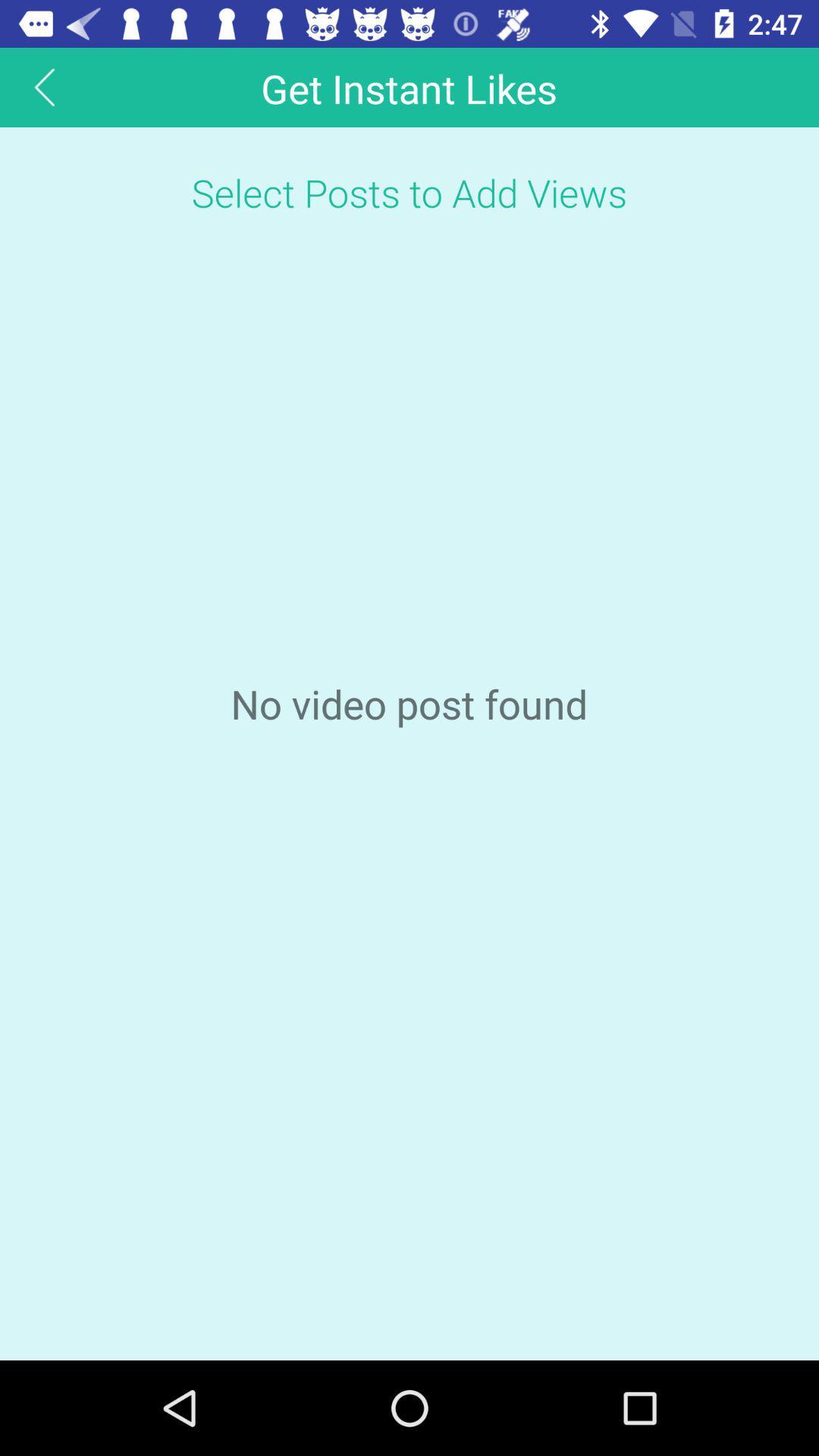  Describe the element at coordinates (44, 86) in the screenshot. I see `icon next to the get instant likes` at that location.